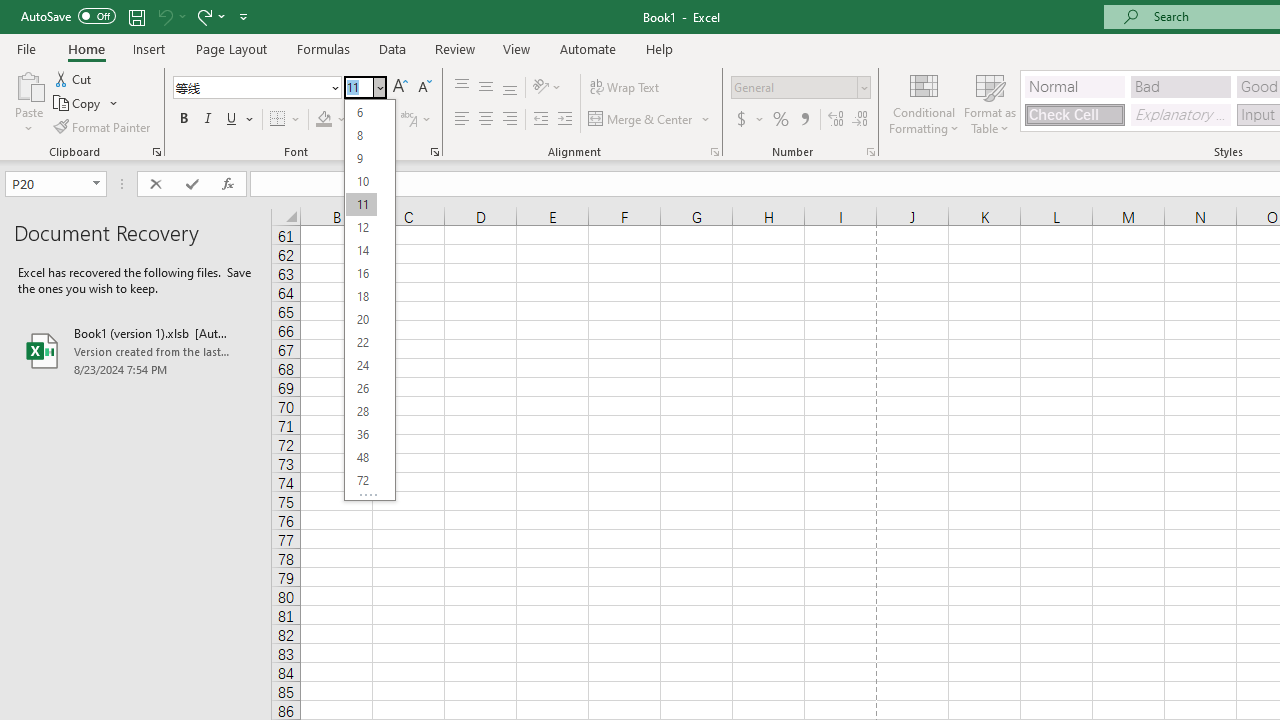 This screenshot has width=1280, height=720. I want to click on 'Save', so click(135, 16).